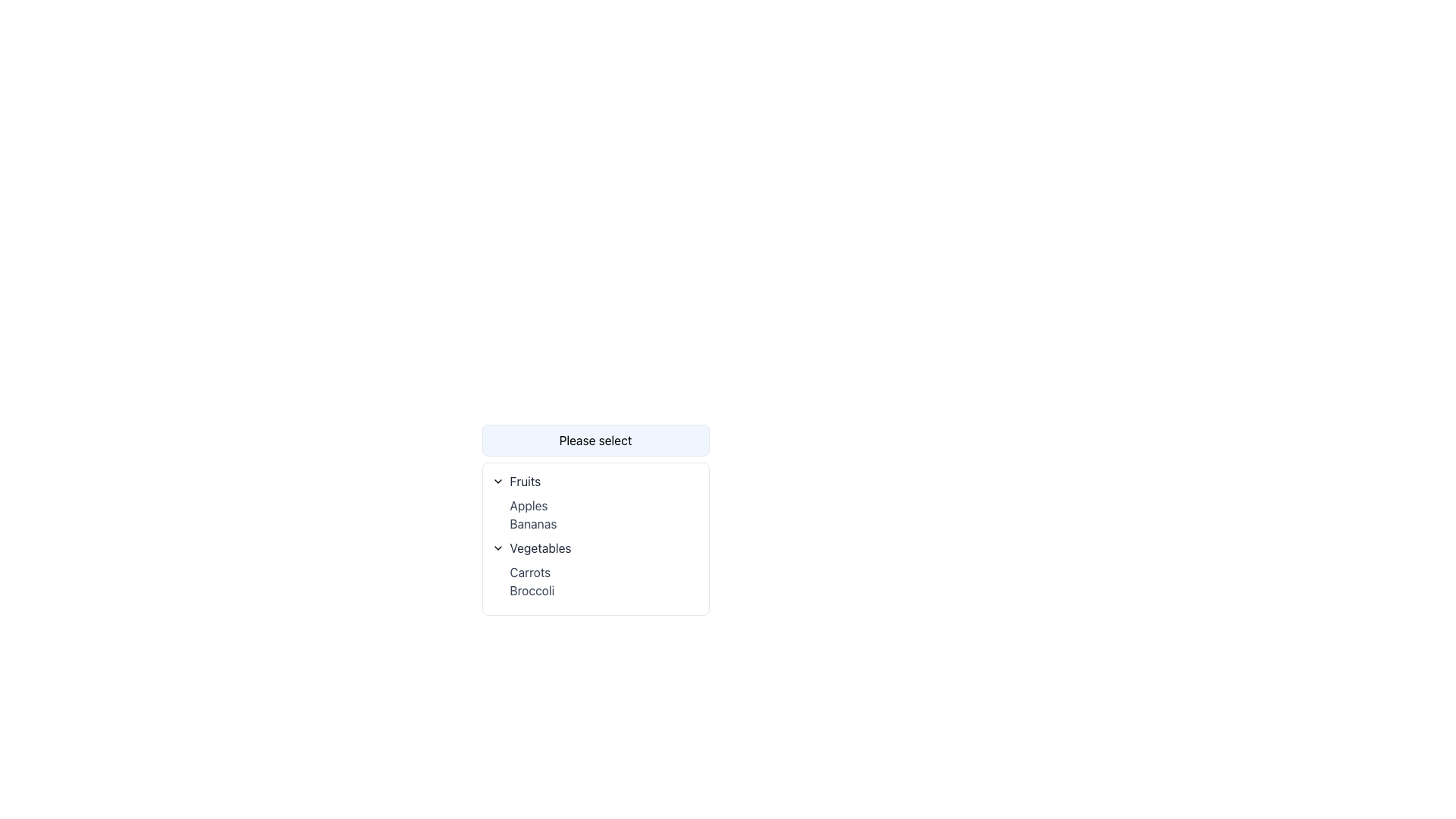 The image size is (1456, 819). What do you see at coordinates (529, 506) in the screenshot?
I see `the text label displaying 'Apples', which is styled with gray color and is the first item in the 'Fruits' dropdown menu` at bounding box center [529, 506].